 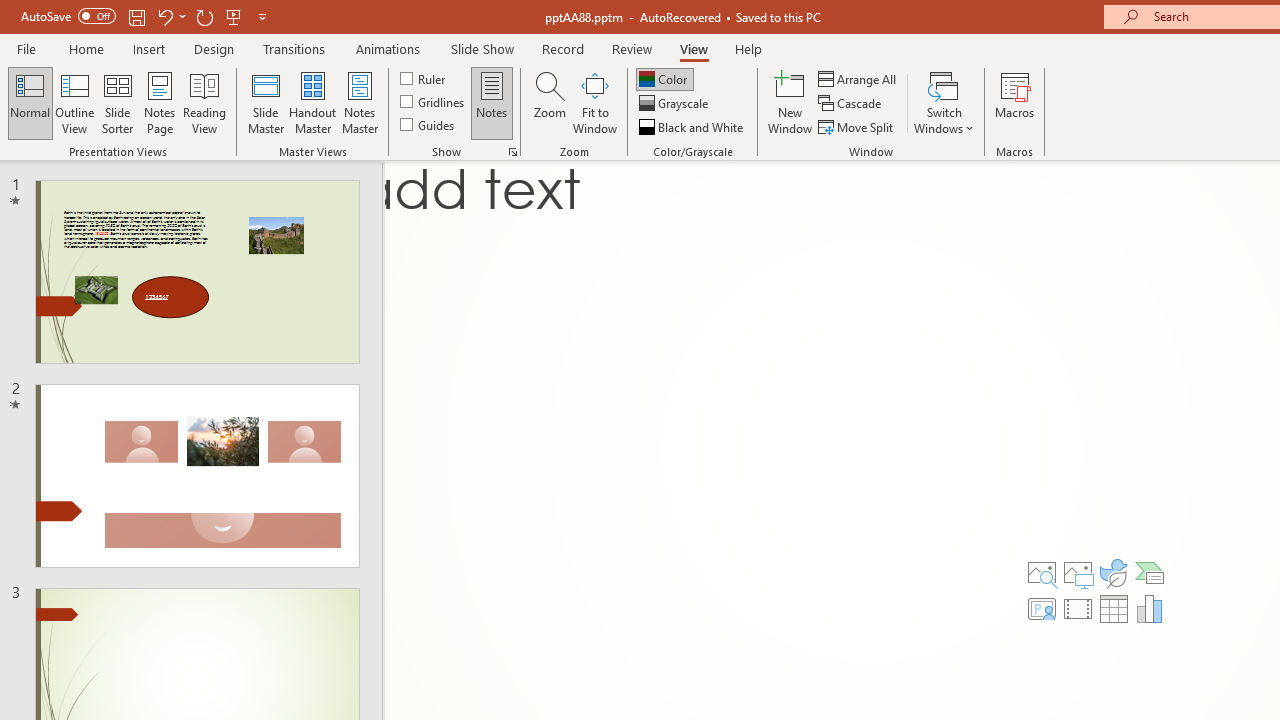 What do you see at coordinates (1041, 573) in the screenshot?
I see `'Stock Images'` at bounding box center [1041, 573].